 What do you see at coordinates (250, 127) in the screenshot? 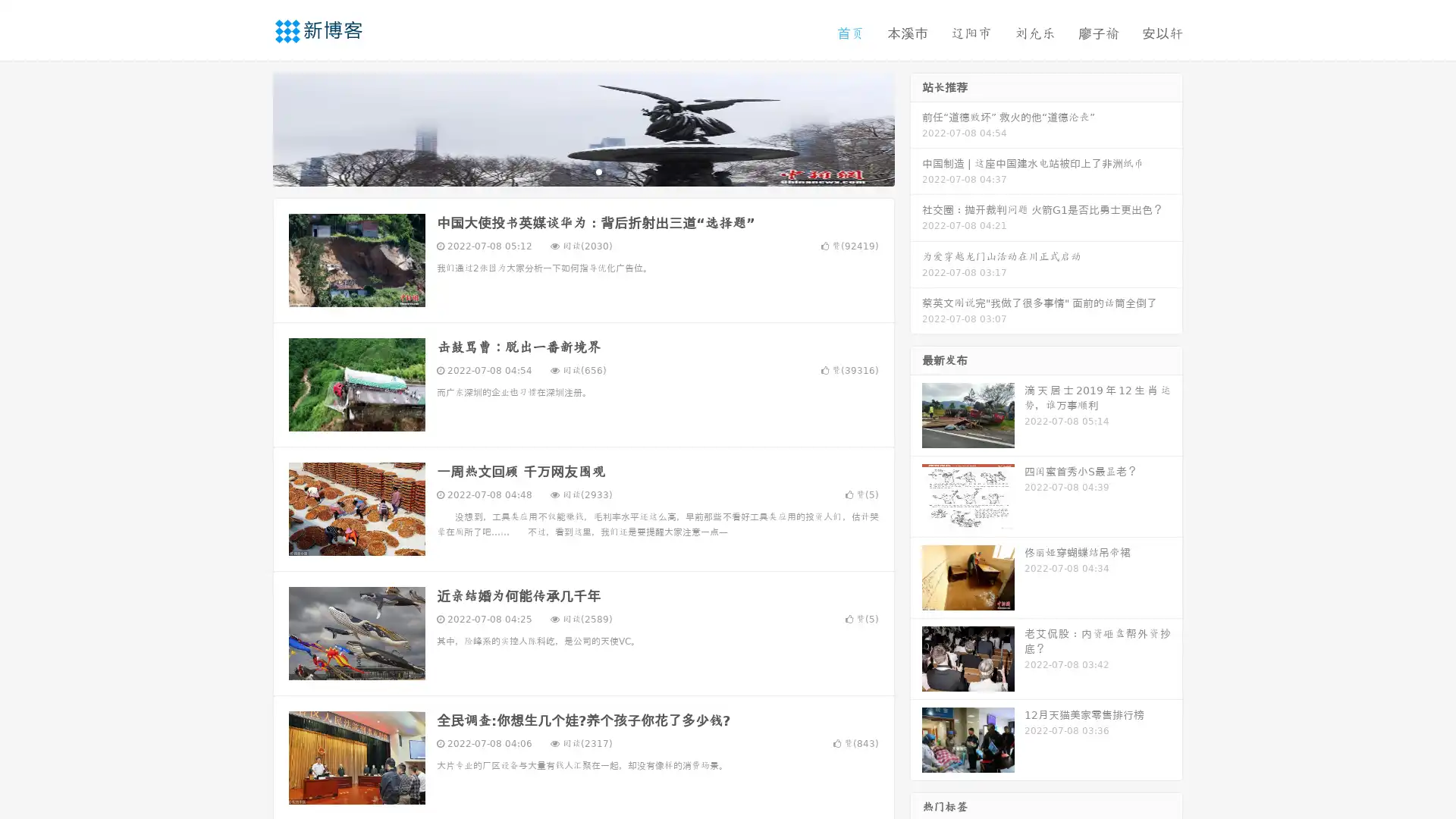
I see `Previous slide` at bounding box center [250, 127].